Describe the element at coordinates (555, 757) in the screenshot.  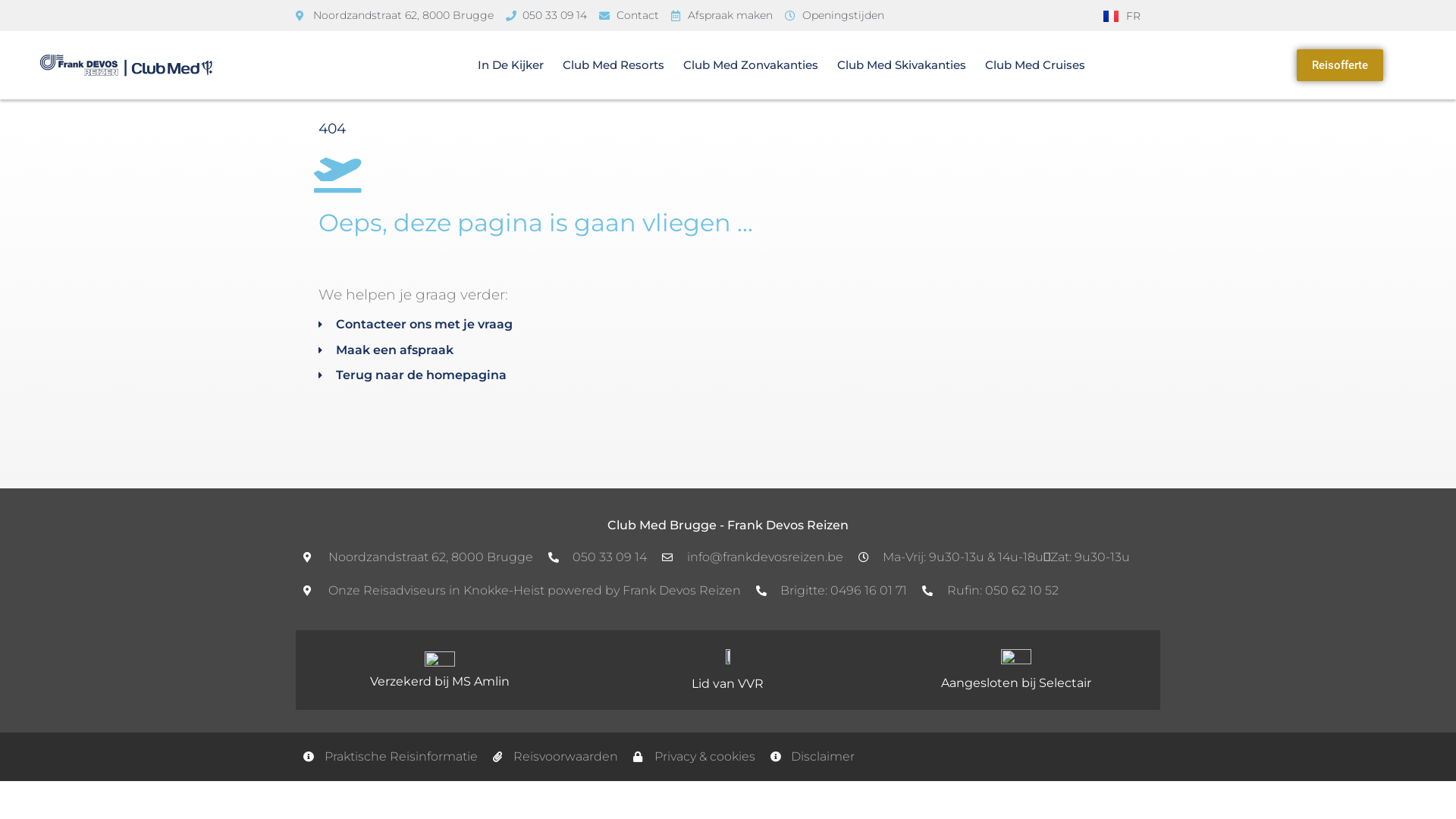
I see `'Reisvoorwaarden'` at that location.